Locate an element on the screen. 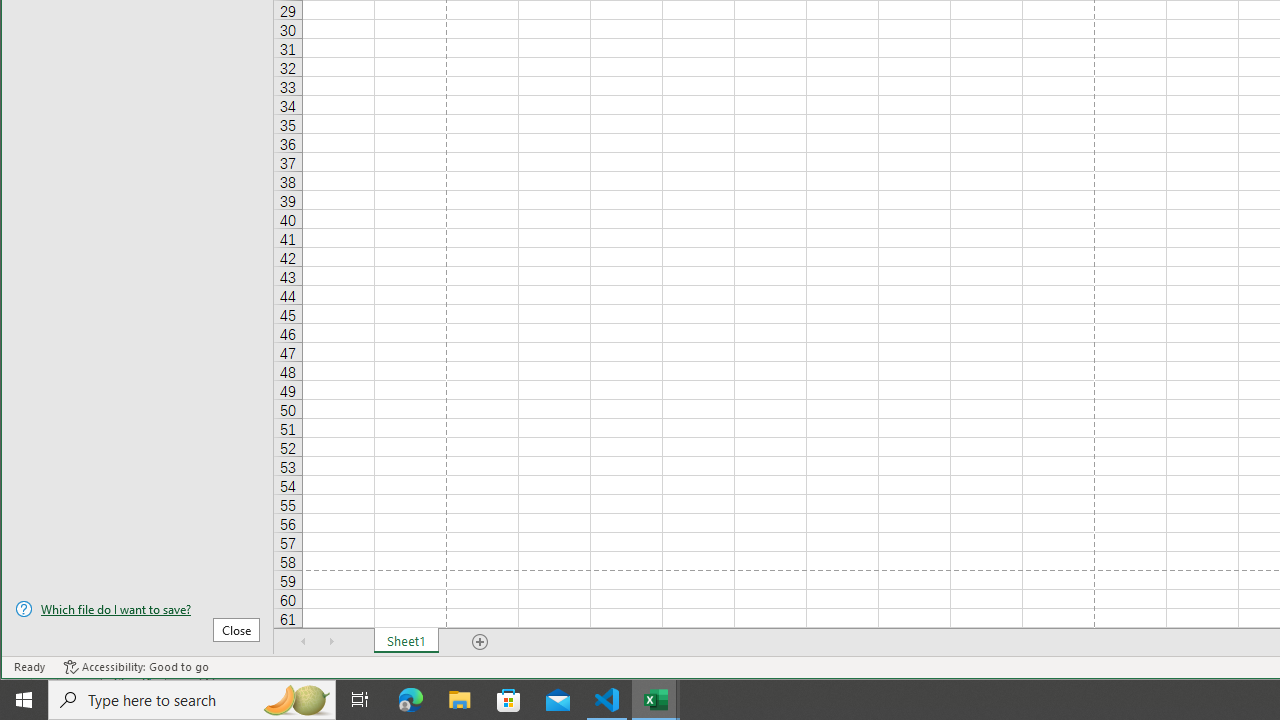 The image size is (1280, 720). 'Excel - 2 running windows' is located at coordinates (656, 698).